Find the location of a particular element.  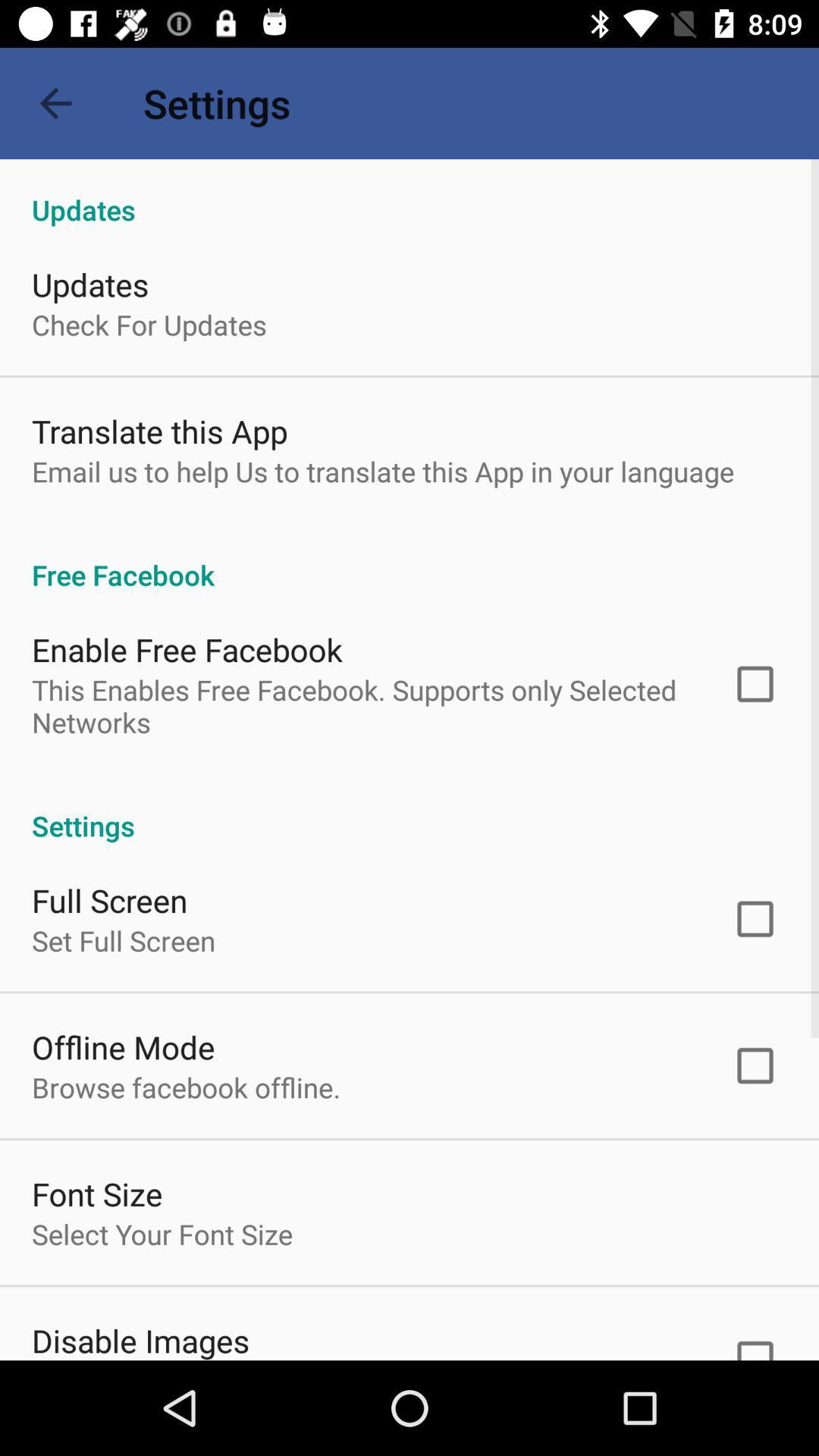

icon below offline mode item is located at coordinates (185, 1087).